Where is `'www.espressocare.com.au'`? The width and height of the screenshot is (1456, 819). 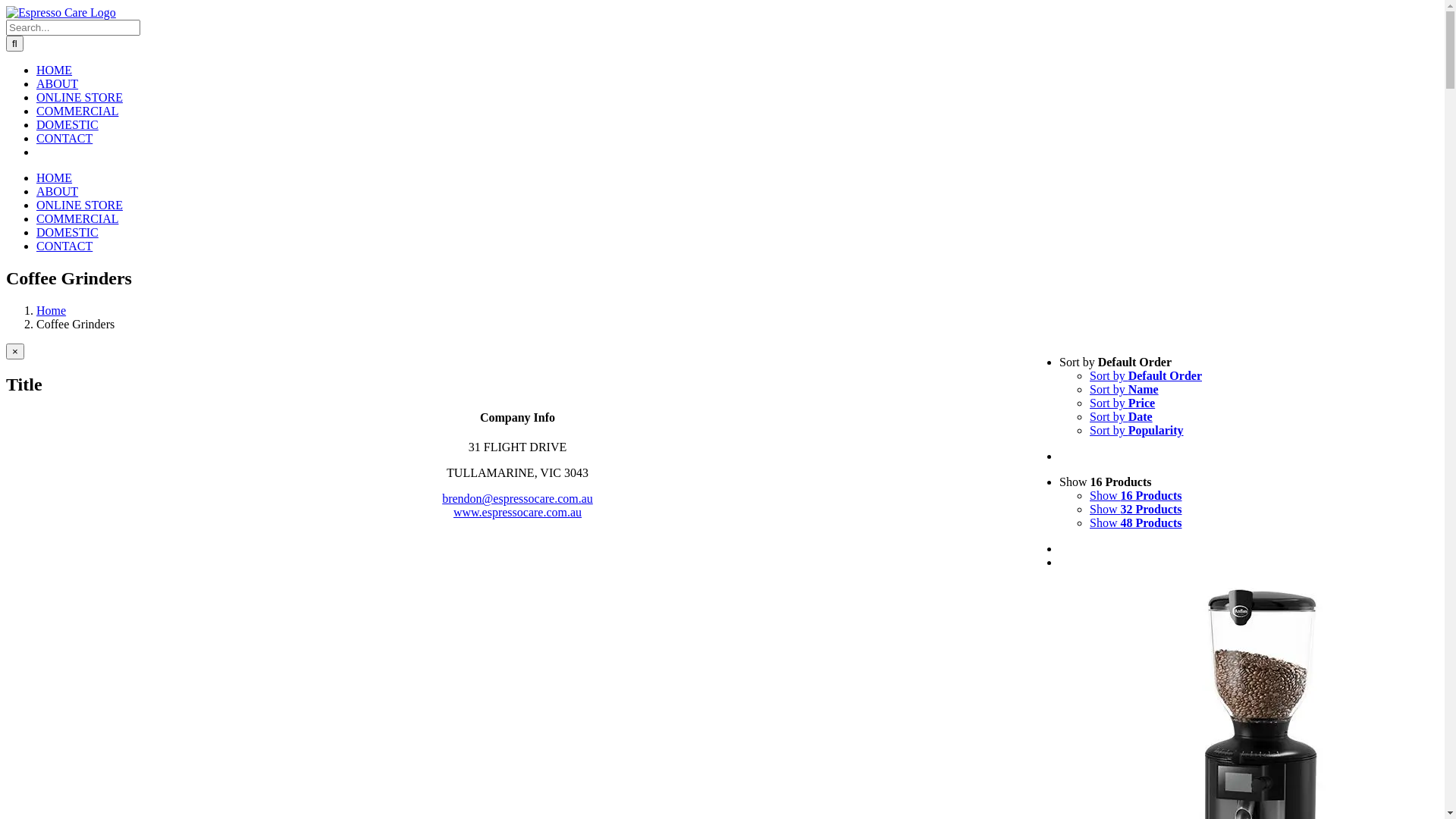 'www.espressocare.com.au' is located at coordinates (453, 512).